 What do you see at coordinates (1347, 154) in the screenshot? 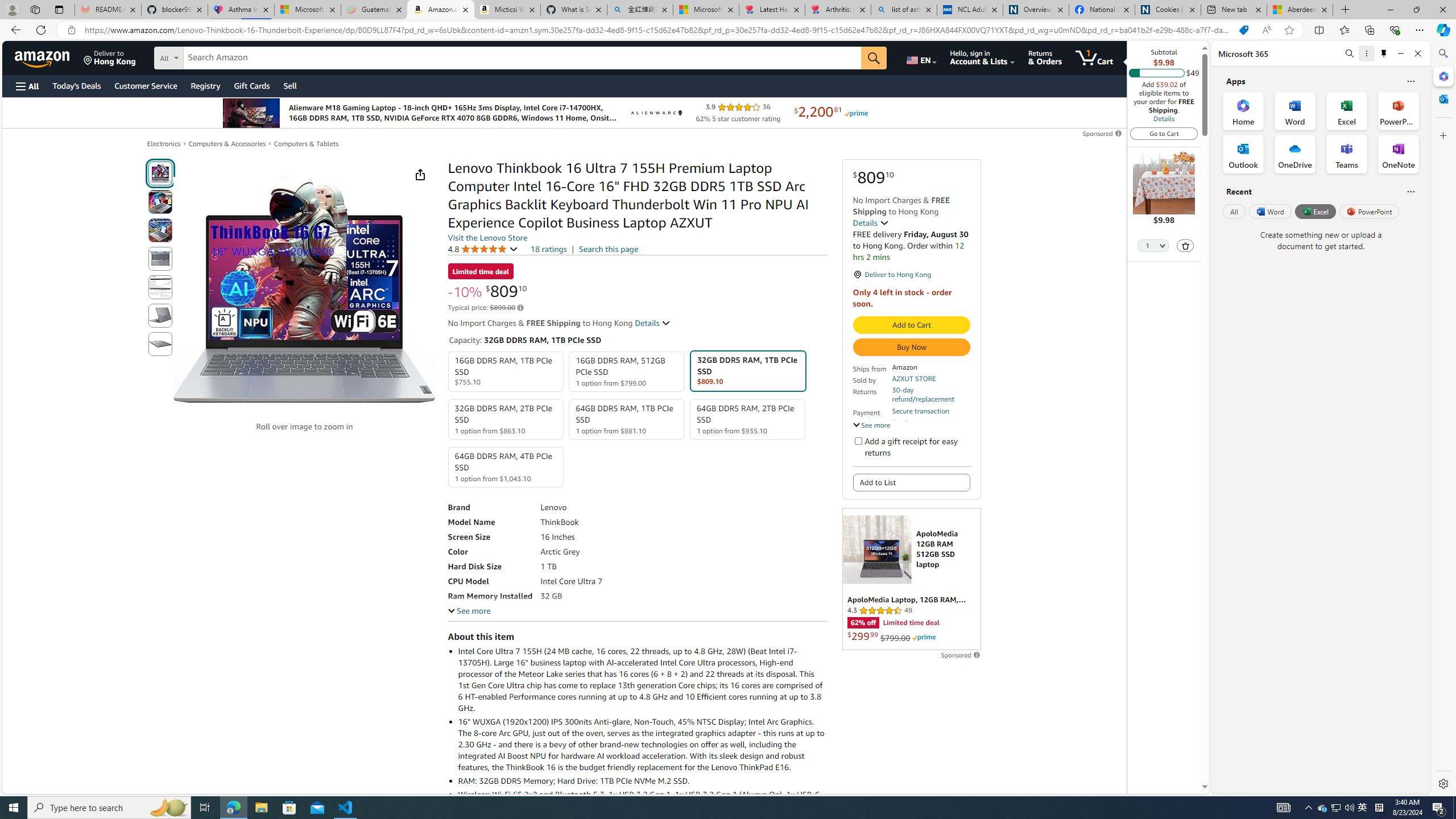
I see `'Teams Office App'` at bounding box center [1347, 154].